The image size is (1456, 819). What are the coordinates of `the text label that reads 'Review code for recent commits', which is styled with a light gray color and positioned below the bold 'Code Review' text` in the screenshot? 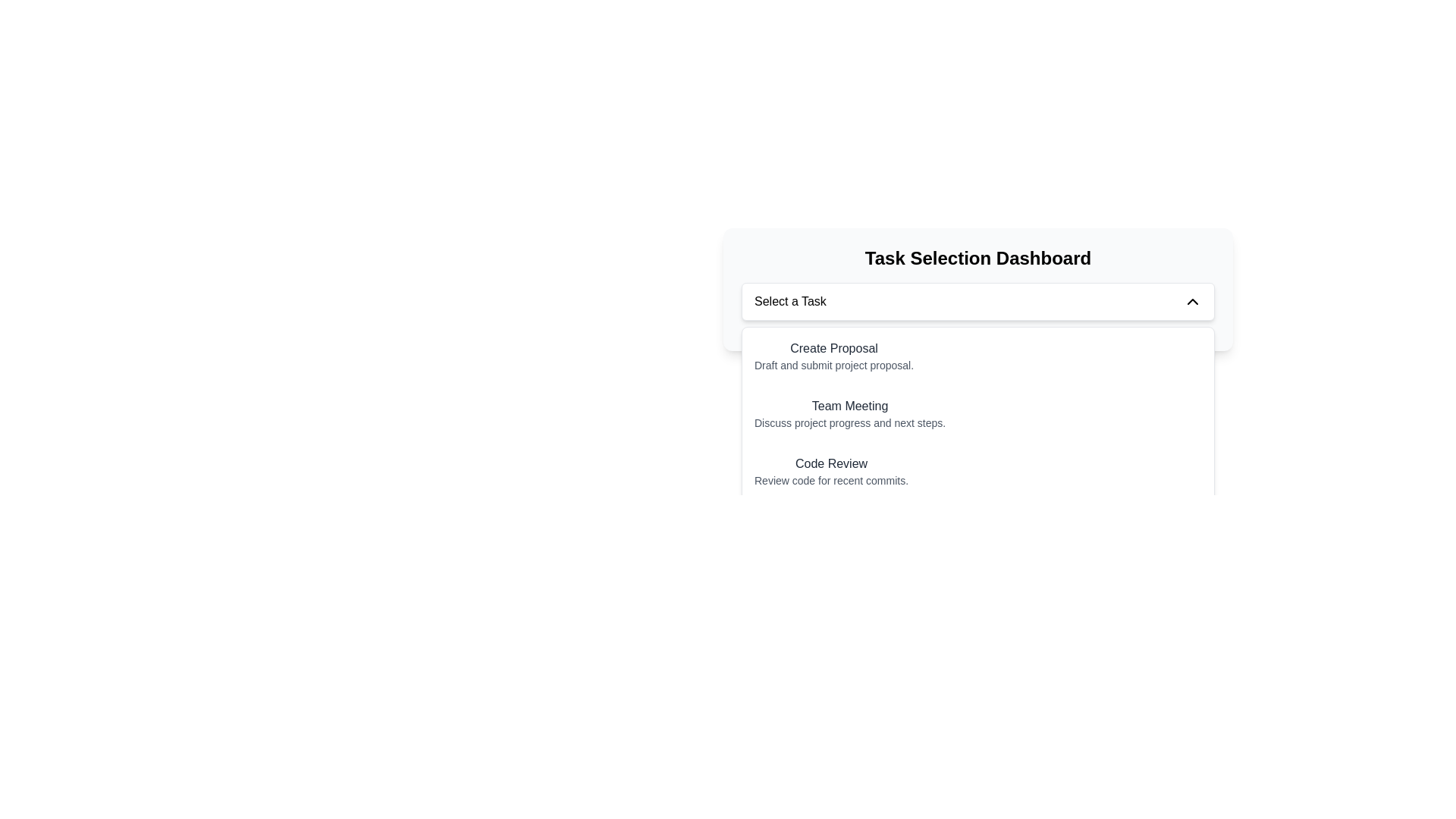 It's located at (830, 480).